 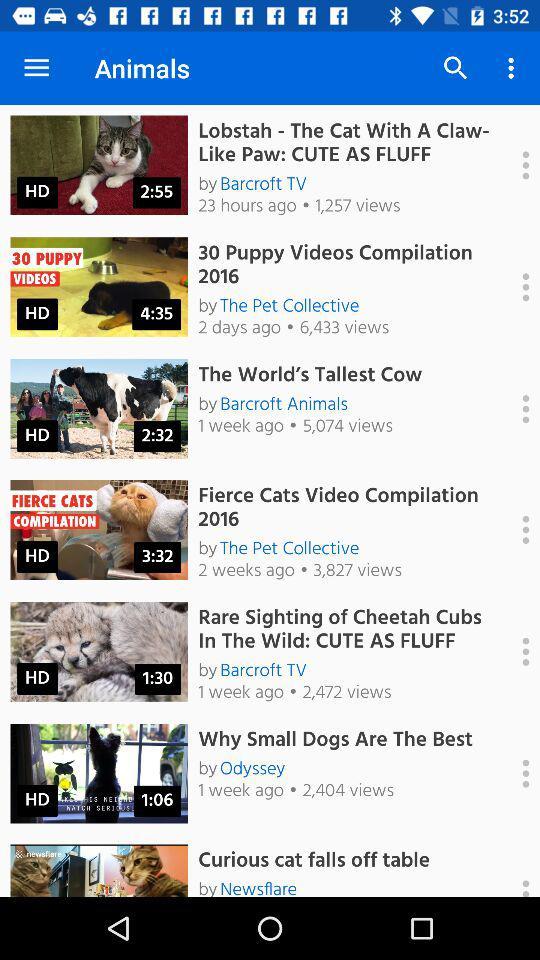 What do you see at coordinates (515, 408) in the screenshot?
I see `more options icon` at bounding box center [515, 408].